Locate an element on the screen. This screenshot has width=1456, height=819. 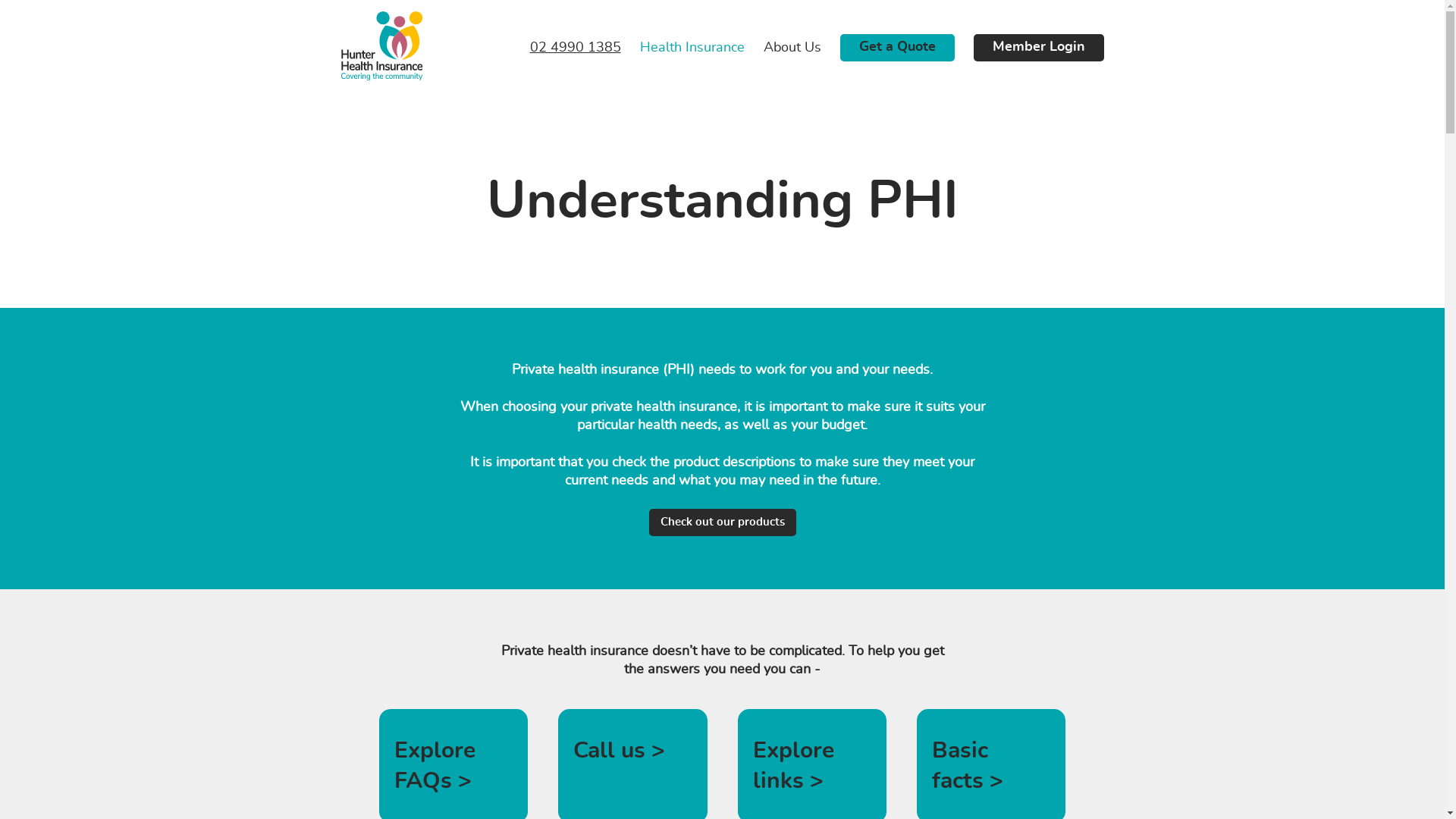
'About Us' is located at coordinates (783, 46).